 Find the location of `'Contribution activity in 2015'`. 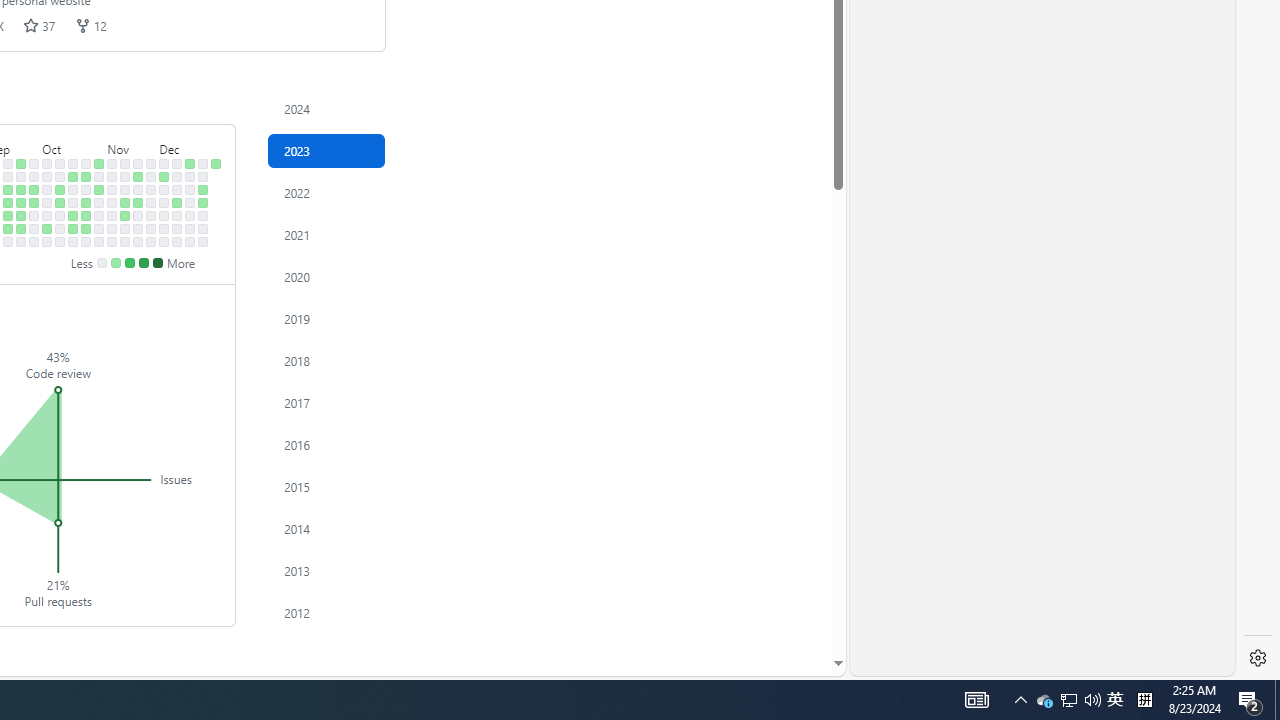

'Contribution activity in 2015' is located at coordinates (327, 486).